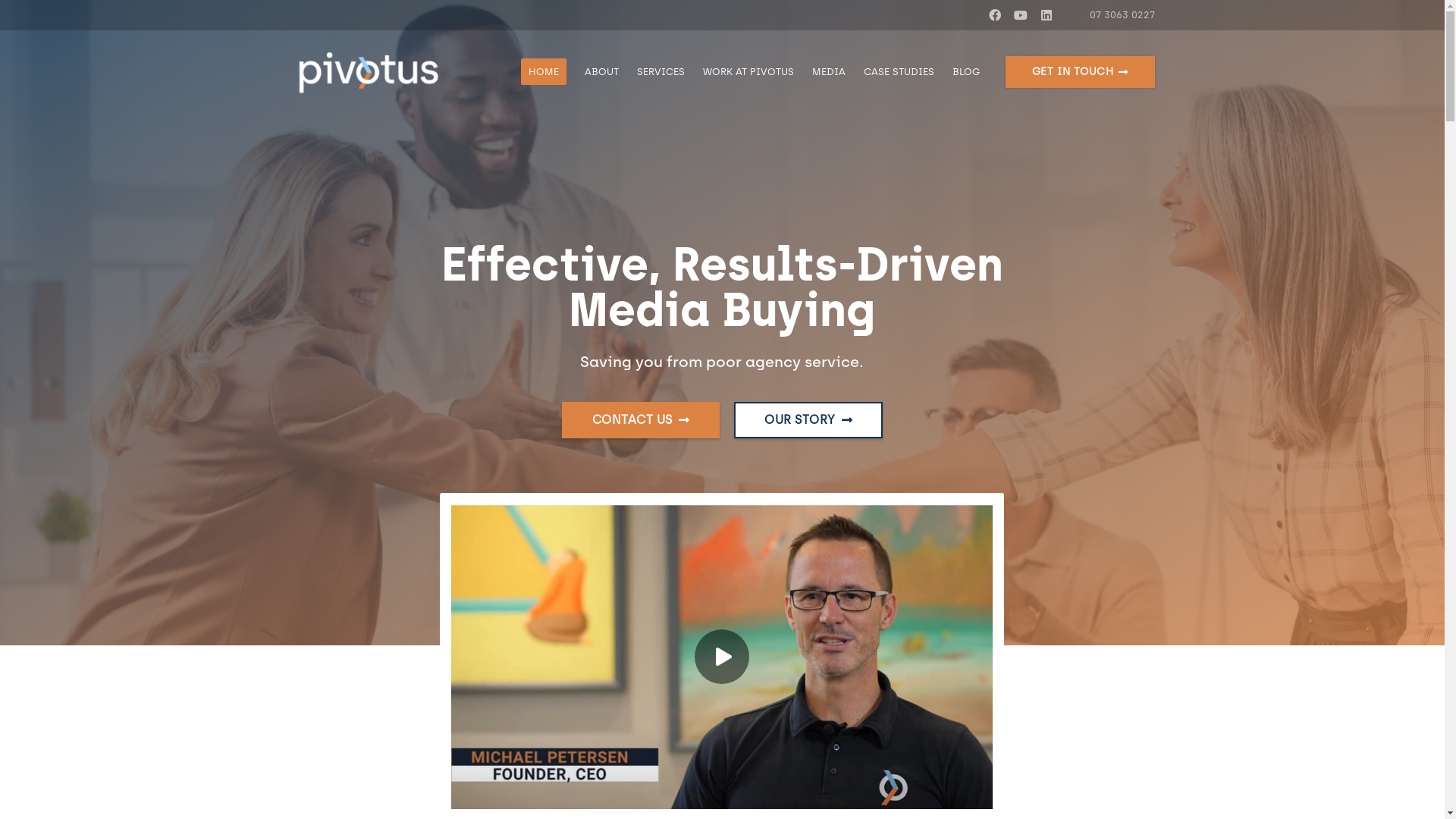 The width and height of the screenshot is (1456, 819). What do you see at coordinates (994, 14) in the screenshot?
I see `'Facebook'` at bounding box center [994, 14].